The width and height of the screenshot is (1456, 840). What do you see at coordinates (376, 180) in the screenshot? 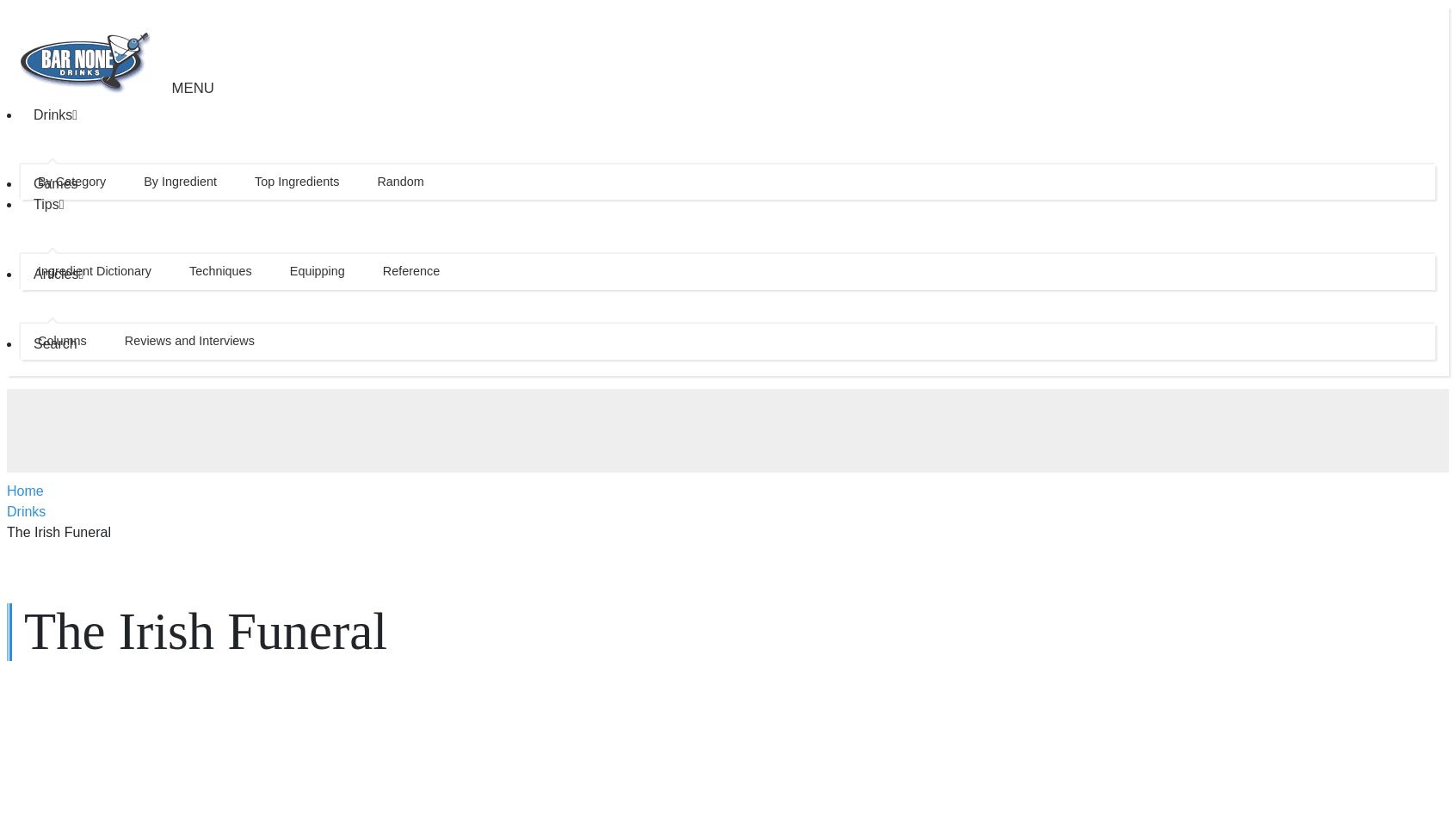
I see `'Random'` at bounding box center [376, 180].